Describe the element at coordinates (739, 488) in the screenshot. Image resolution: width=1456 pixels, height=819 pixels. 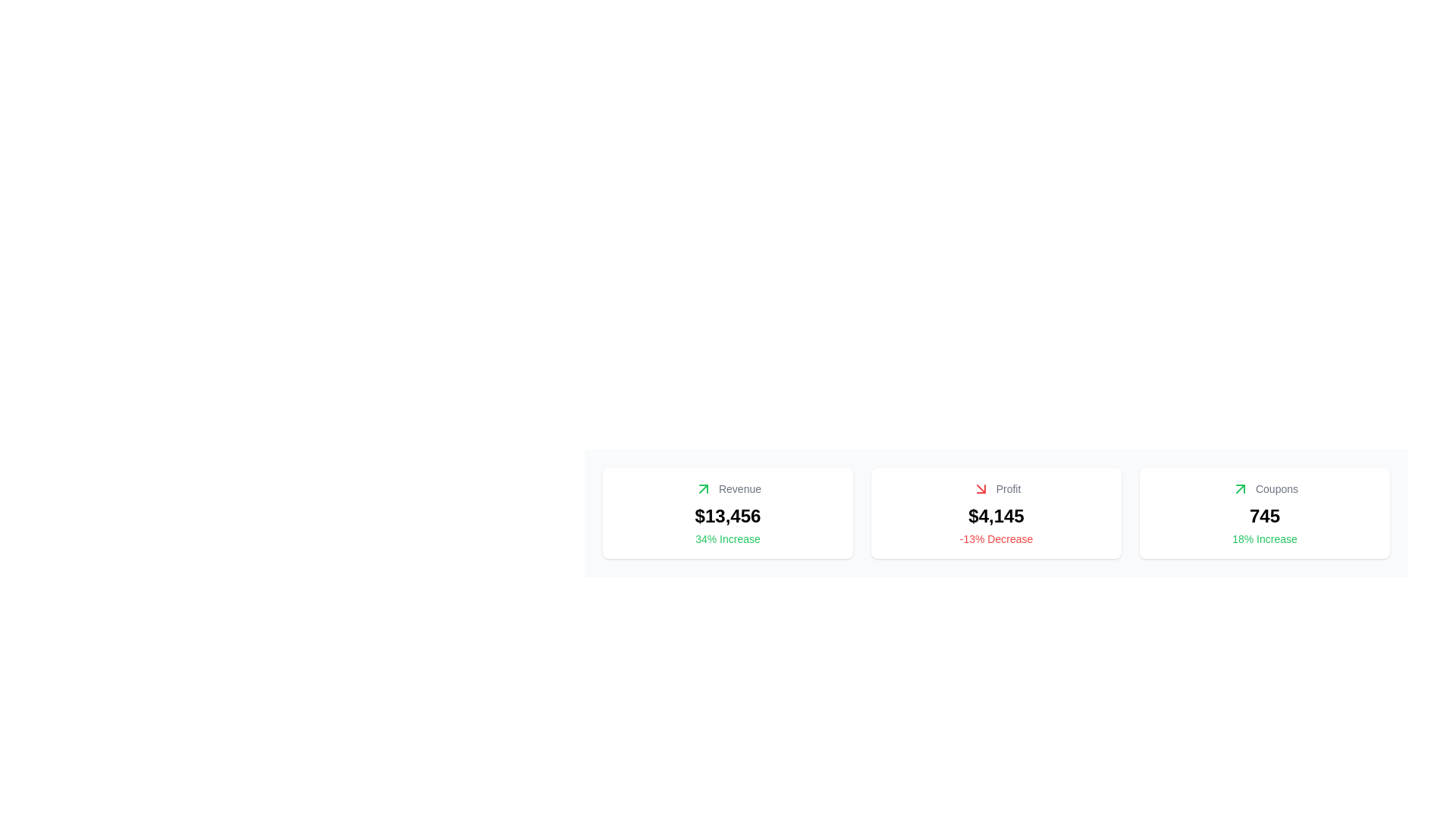
I see `label 'Revenue' located in the first card from the left, which is part of a group that includes a green upward arrow icon to its immediate left` at that location.